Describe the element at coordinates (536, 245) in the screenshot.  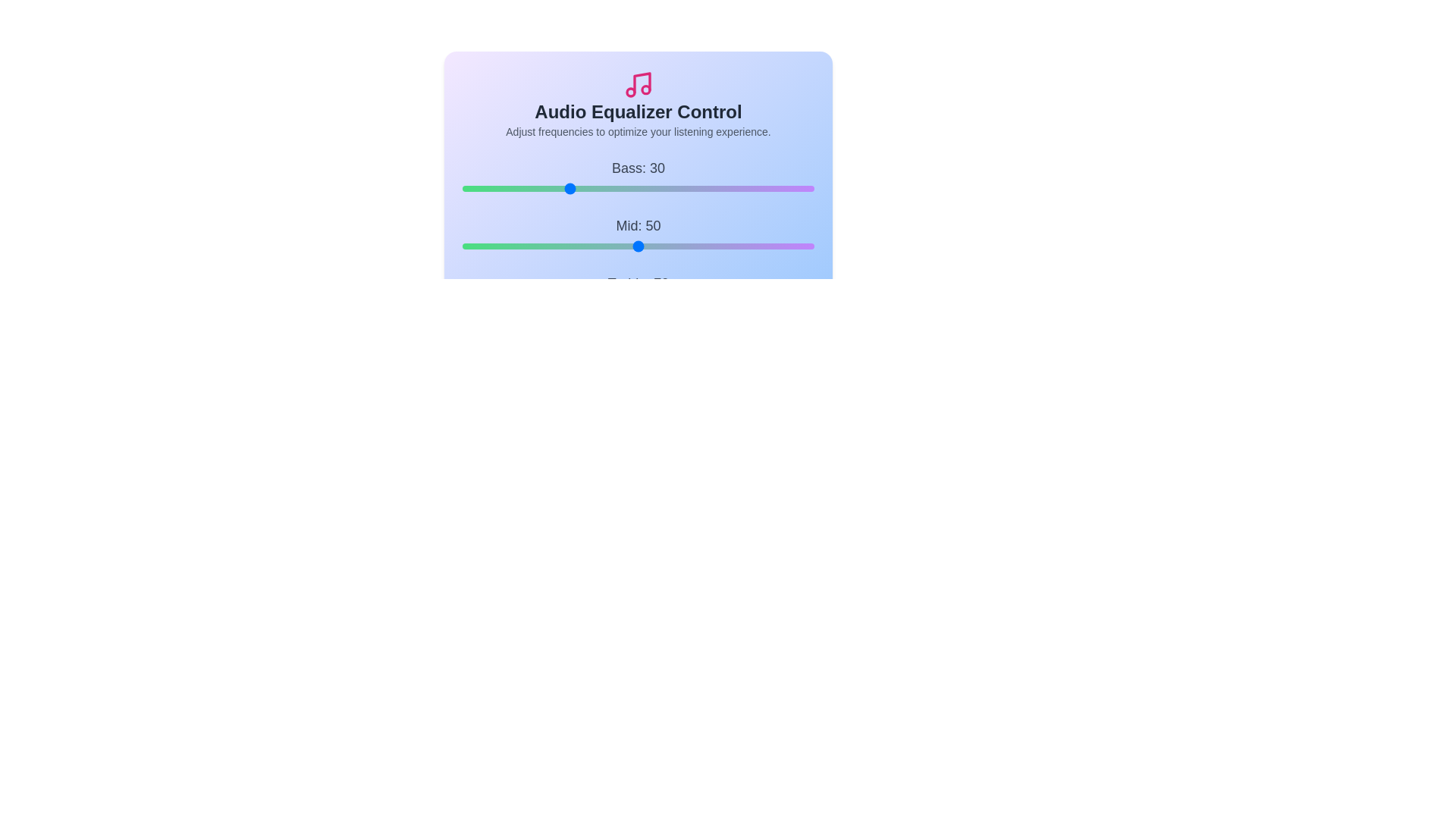
I see `the 'Mid' slider to set the midrange level to 21` at that location.